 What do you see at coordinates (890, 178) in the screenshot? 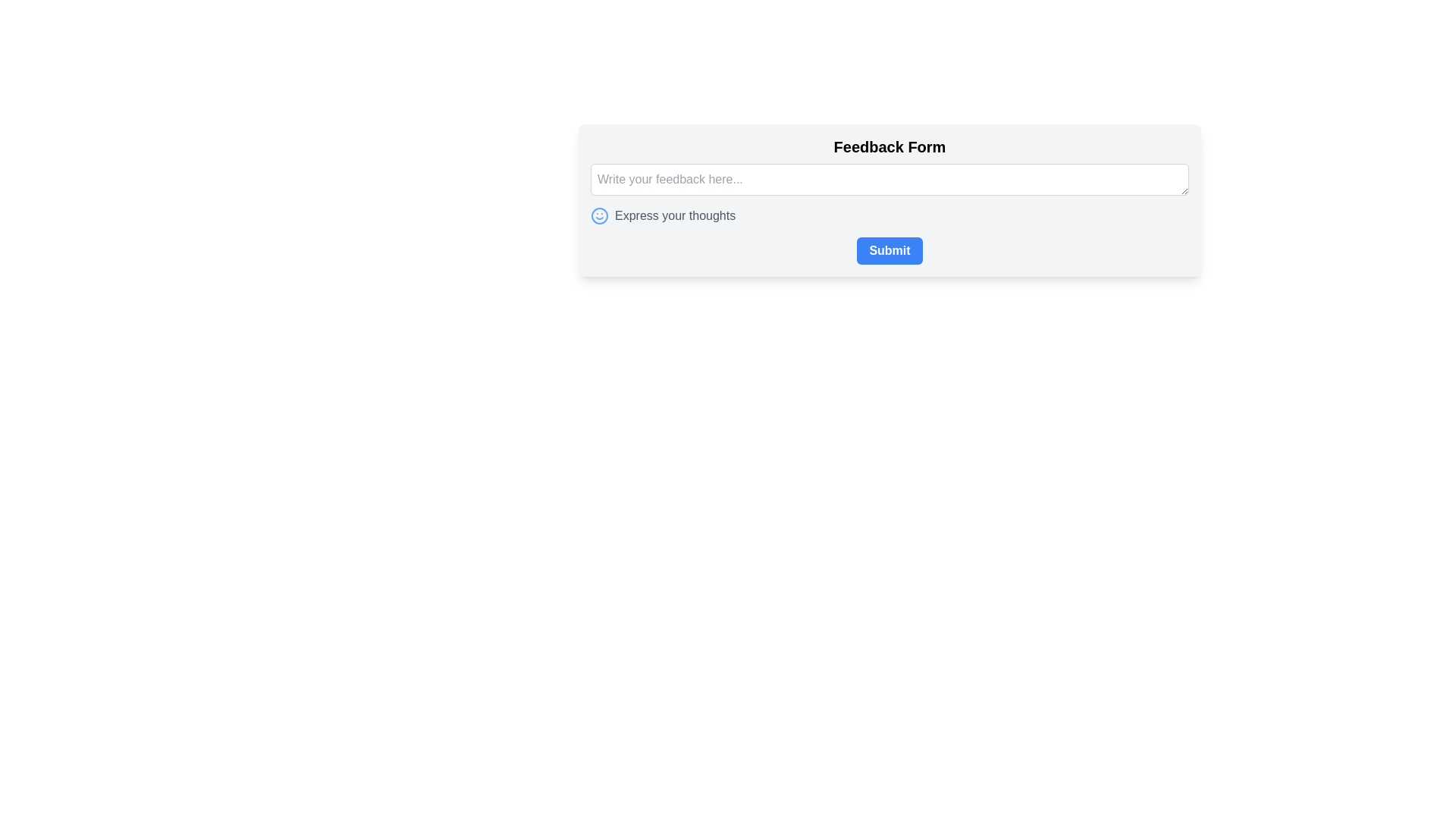
I see `the text input field located below the 'Feedback Form' heading` at bounding box center [890, 178].